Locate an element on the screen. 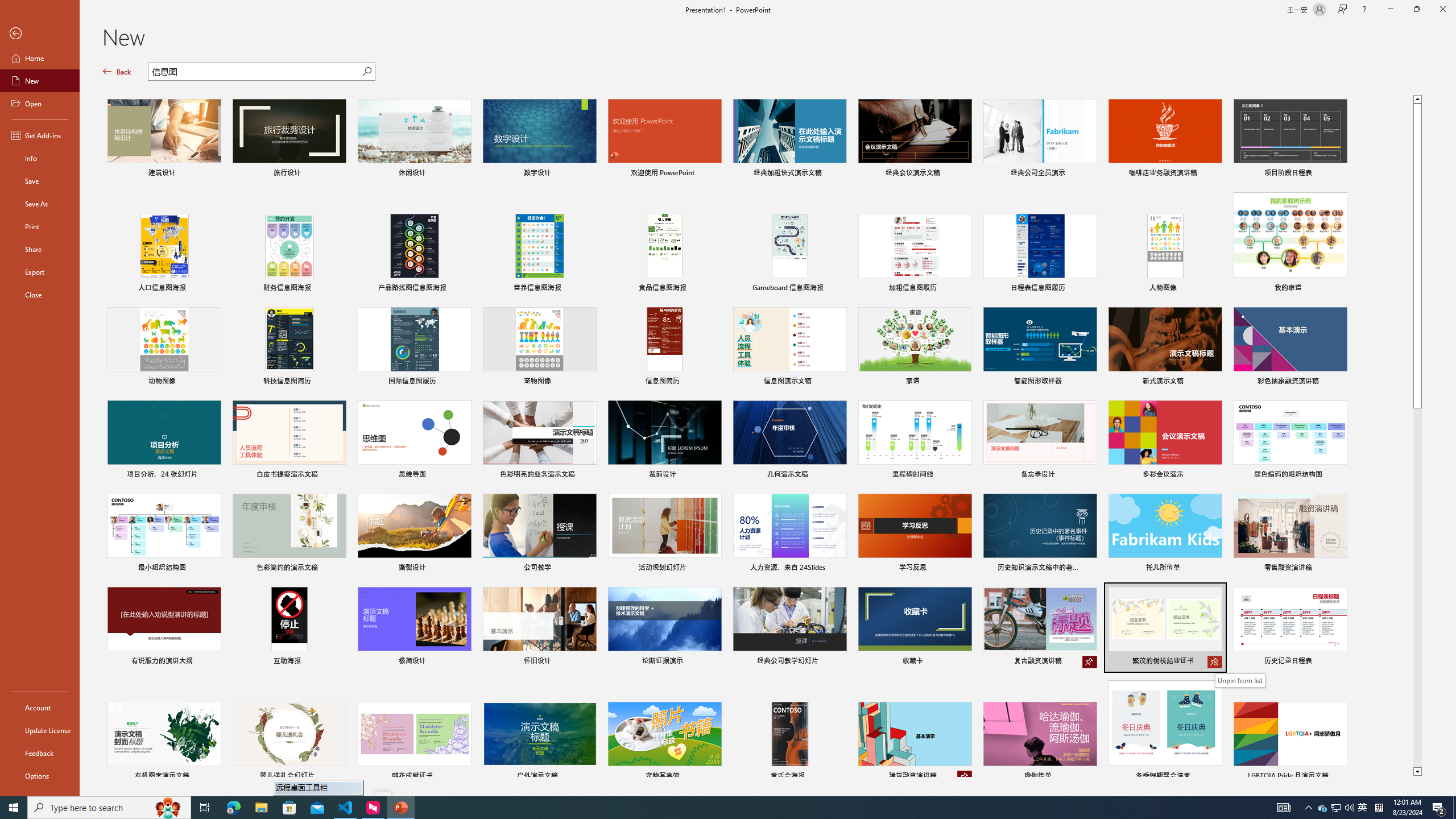 Image resolution: width=1456 pixels, height=819 pixels. 'Get Add-ins' is located at coordinates (39, 135).